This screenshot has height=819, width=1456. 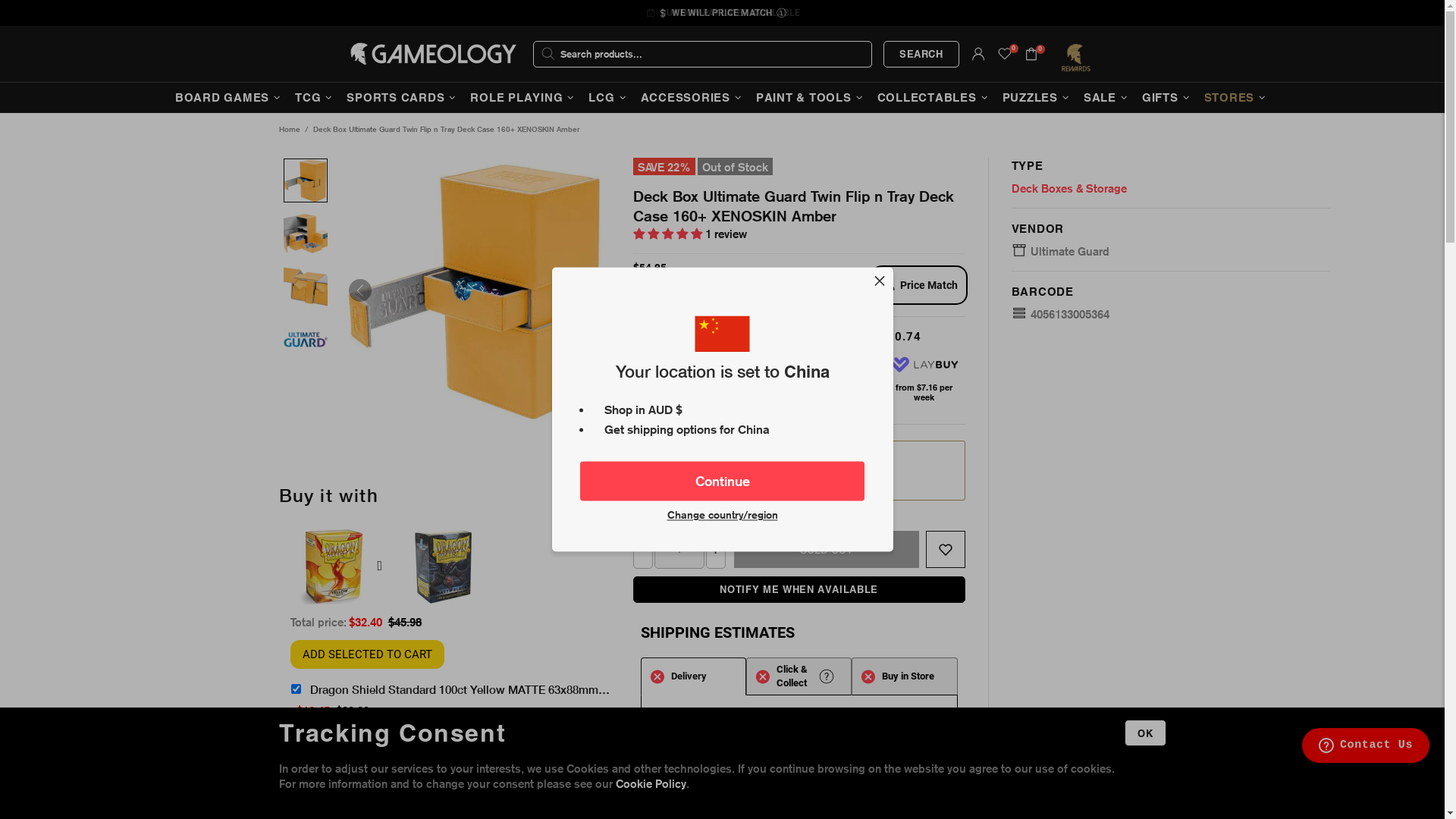 I want to click on 'SOLD OUT', so click(x=825, y=549).